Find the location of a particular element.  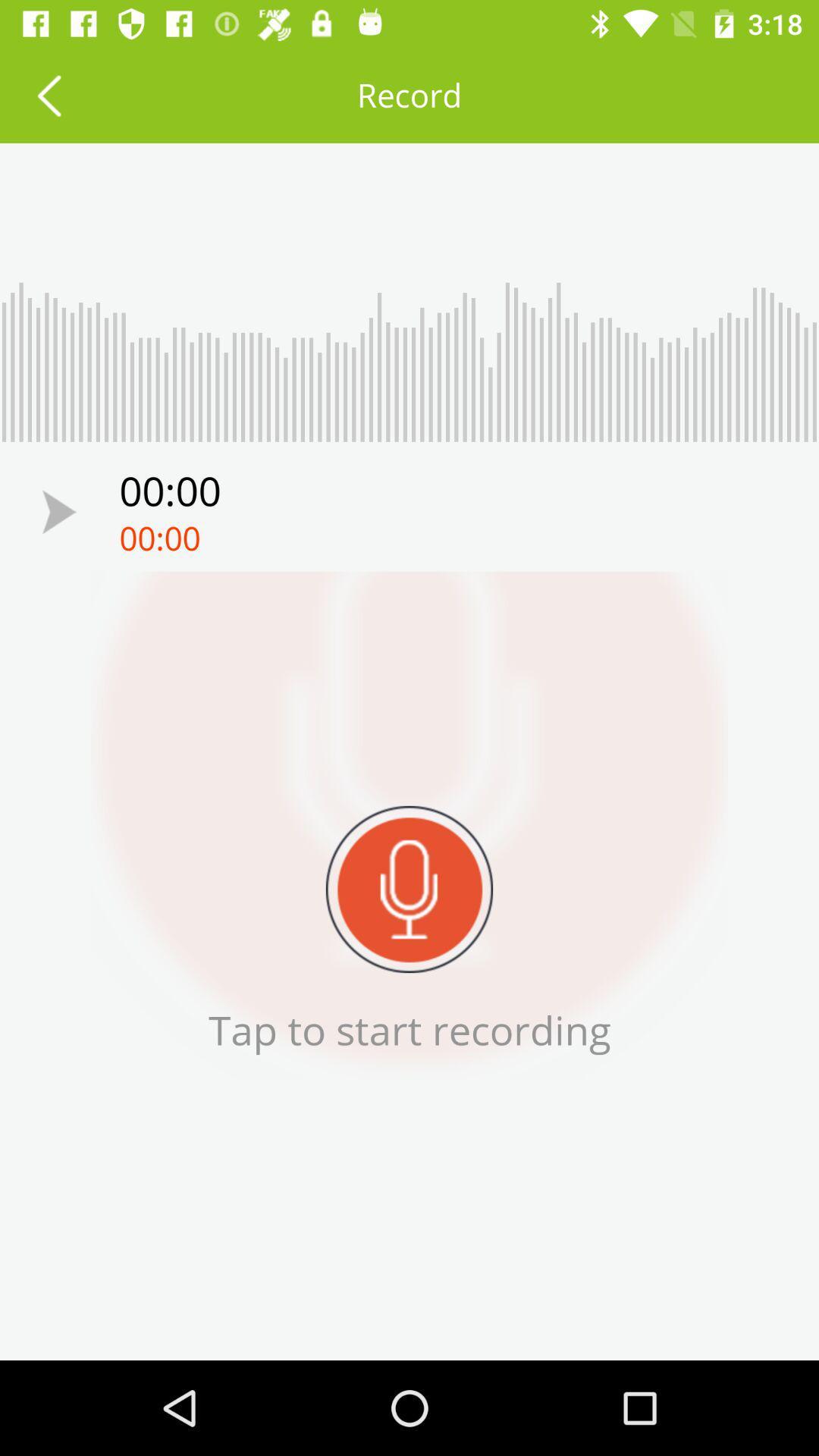

item next to 00:00 item is located at coordinates (58, 512).